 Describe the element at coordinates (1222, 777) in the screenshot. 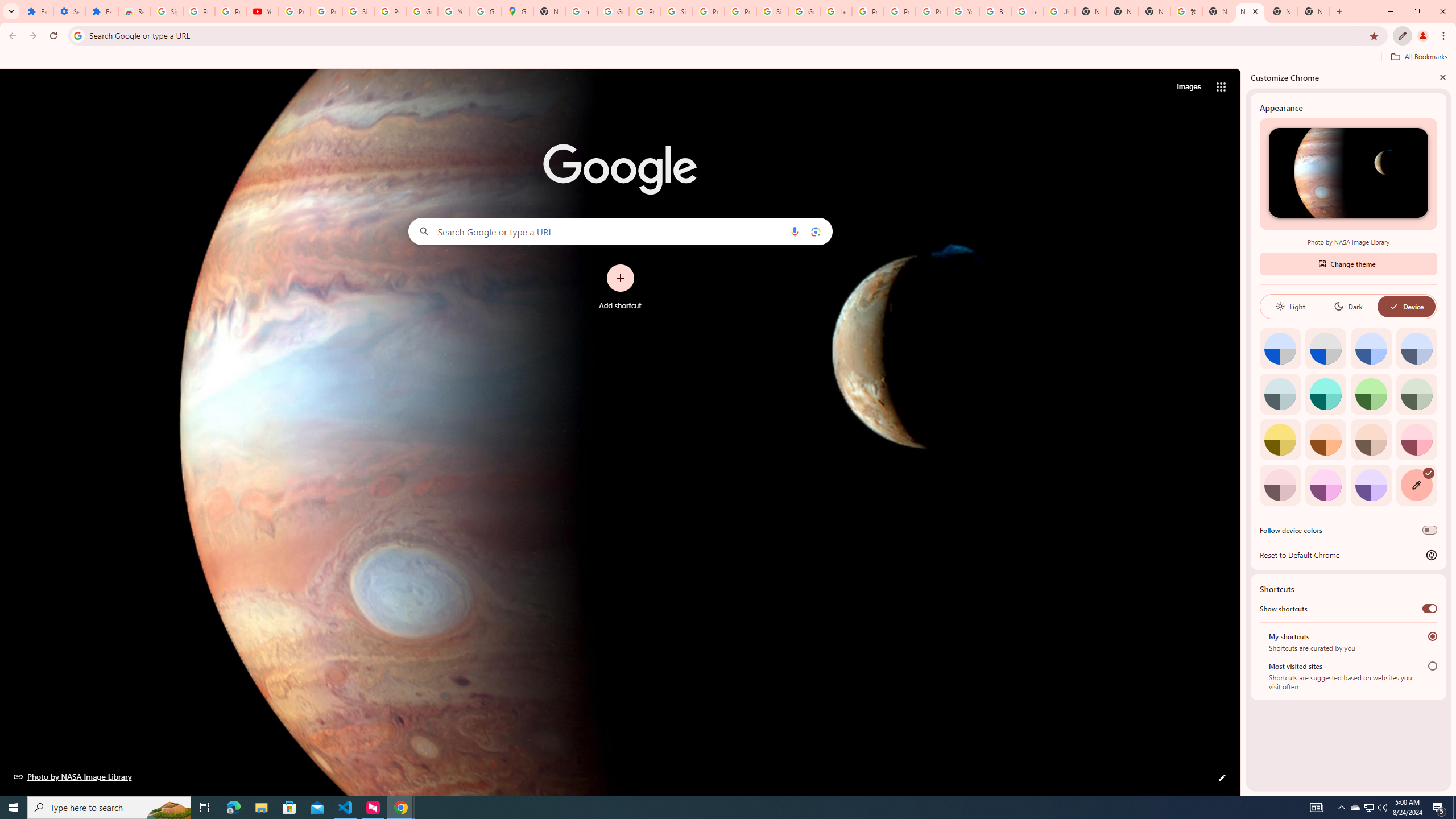

I see `'Customize this page'` at that location.